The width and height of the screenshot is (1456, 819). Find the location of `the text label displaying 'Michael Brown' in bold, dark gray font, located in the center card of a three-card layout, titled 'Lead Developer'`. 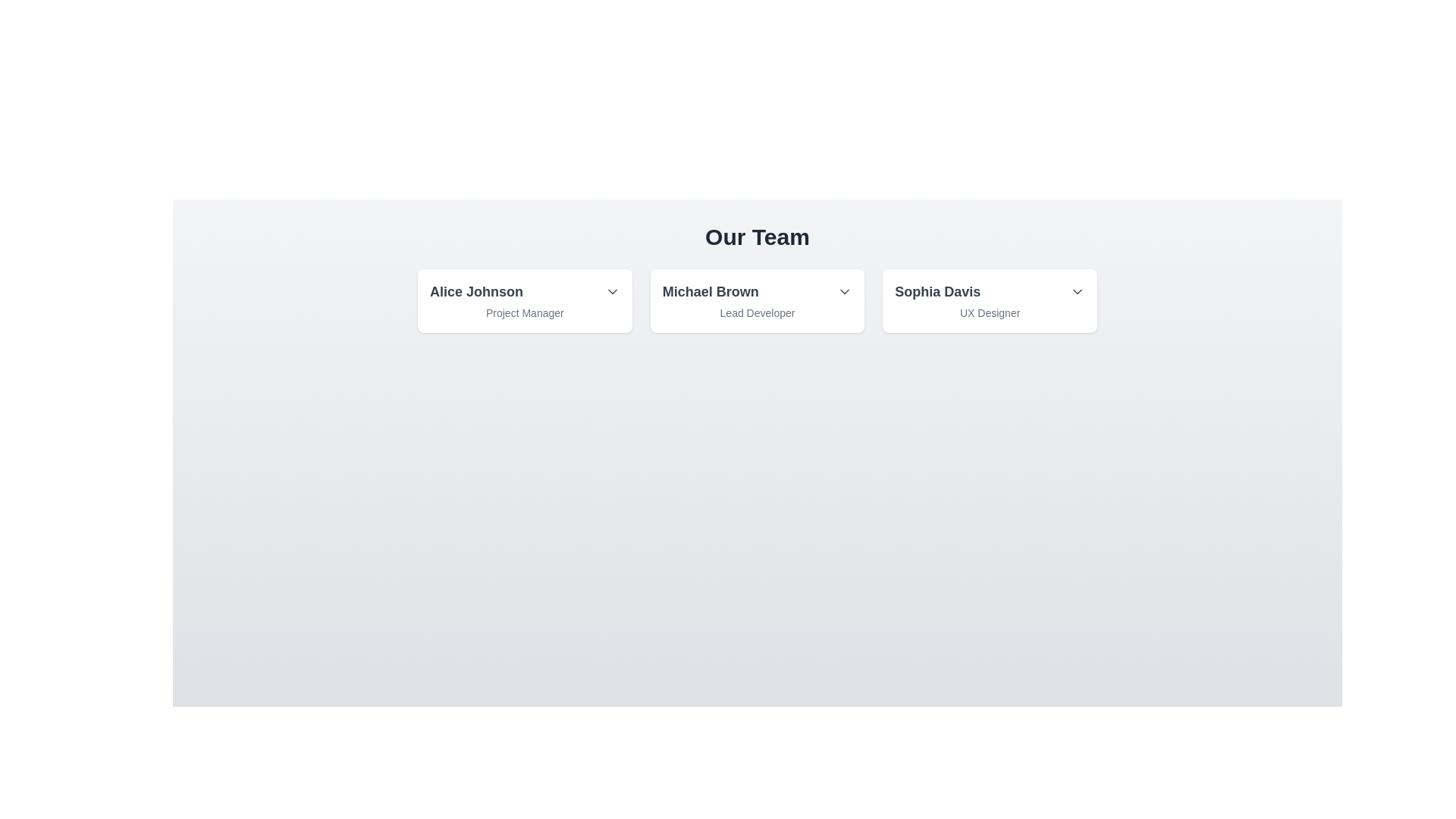

the text label displaying 'Michael Brown' in bold, dark gray font, located in the center card of a three-card layout, titled 'Lead Developer' is located at coordinates (757, 292).